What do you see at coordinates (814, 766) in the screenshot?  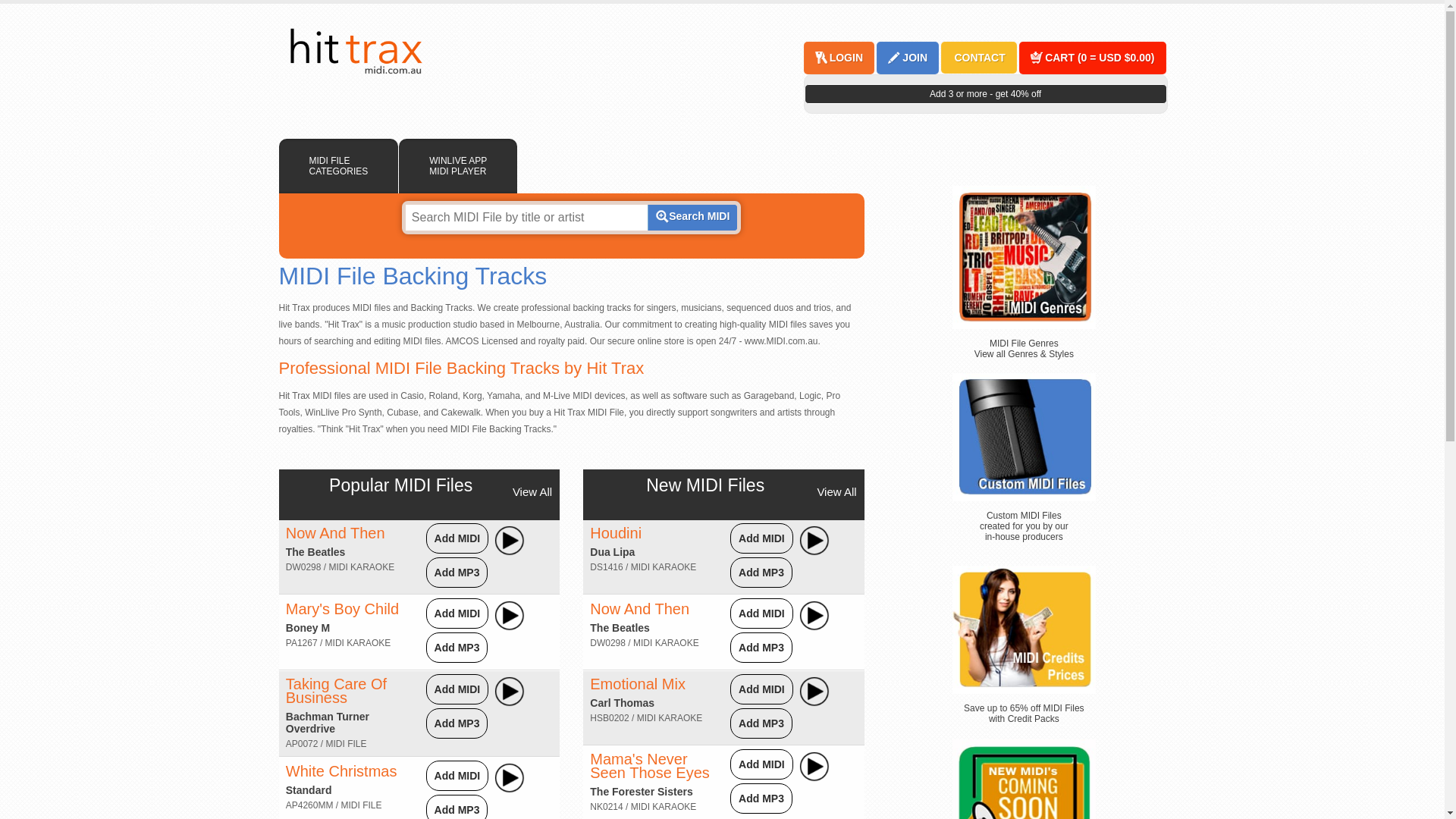 I see `'Play Mama's Never Seen Those Eyes'` at bounding box center [814, 766].